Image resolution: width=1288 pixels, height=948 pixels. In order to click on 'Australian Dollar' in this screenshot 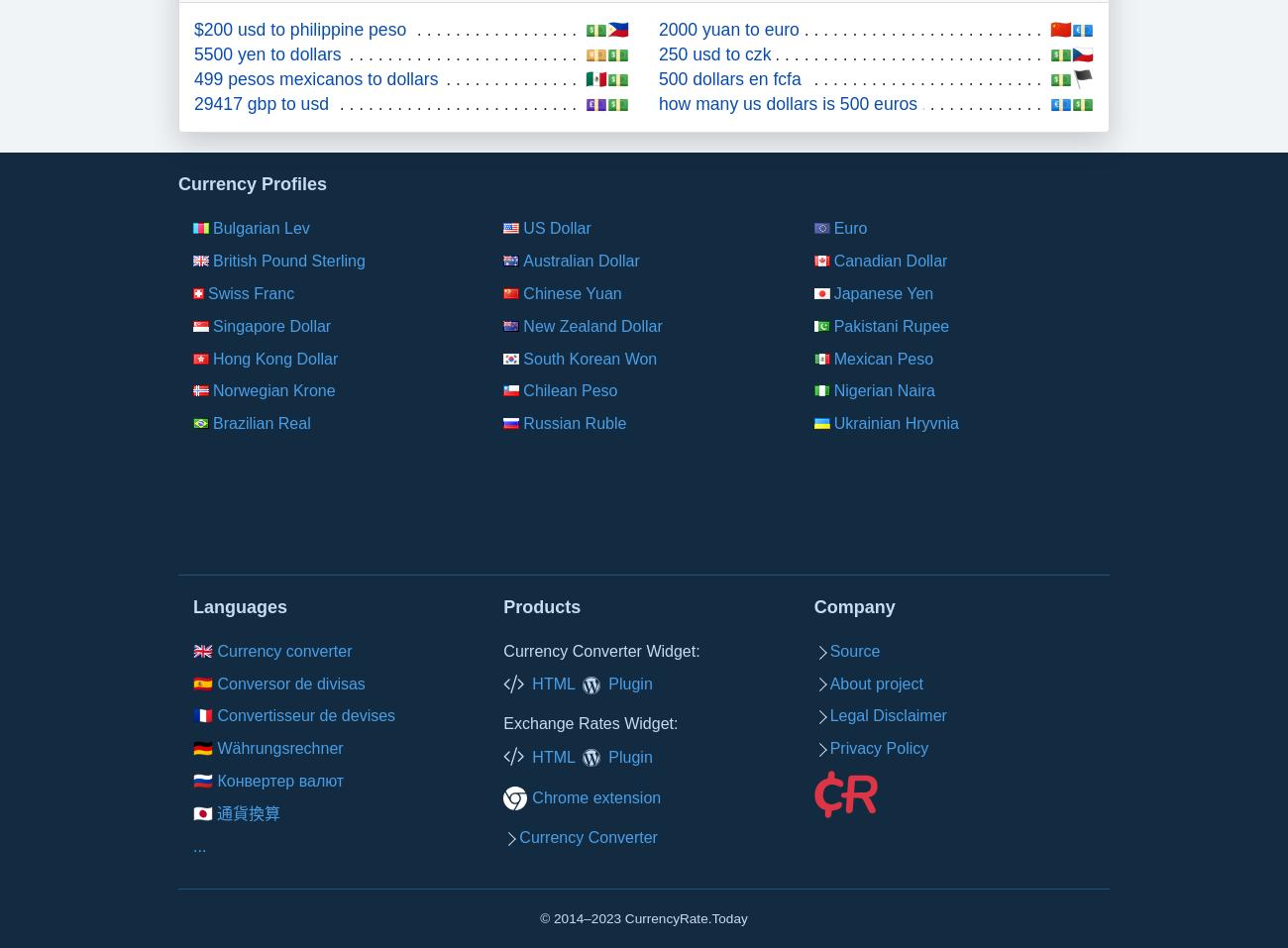, I will do `click(580, 259)`.